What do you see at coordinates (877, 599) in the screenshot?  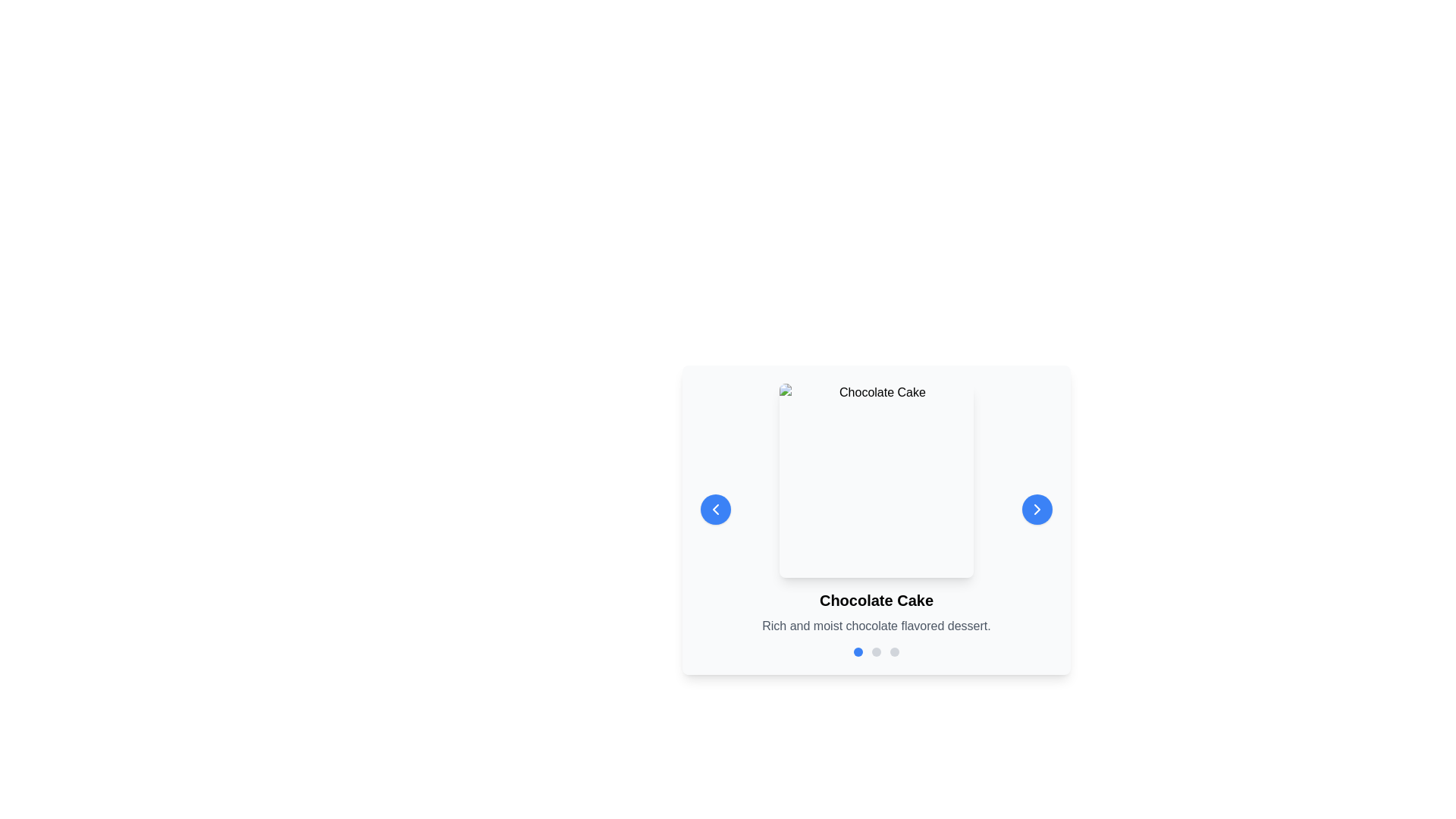 I see `the Text label indicating the name 'Chocolate Cake', which is centrally aligned below the cake image and above the description text` at bounding box center [877, 599].